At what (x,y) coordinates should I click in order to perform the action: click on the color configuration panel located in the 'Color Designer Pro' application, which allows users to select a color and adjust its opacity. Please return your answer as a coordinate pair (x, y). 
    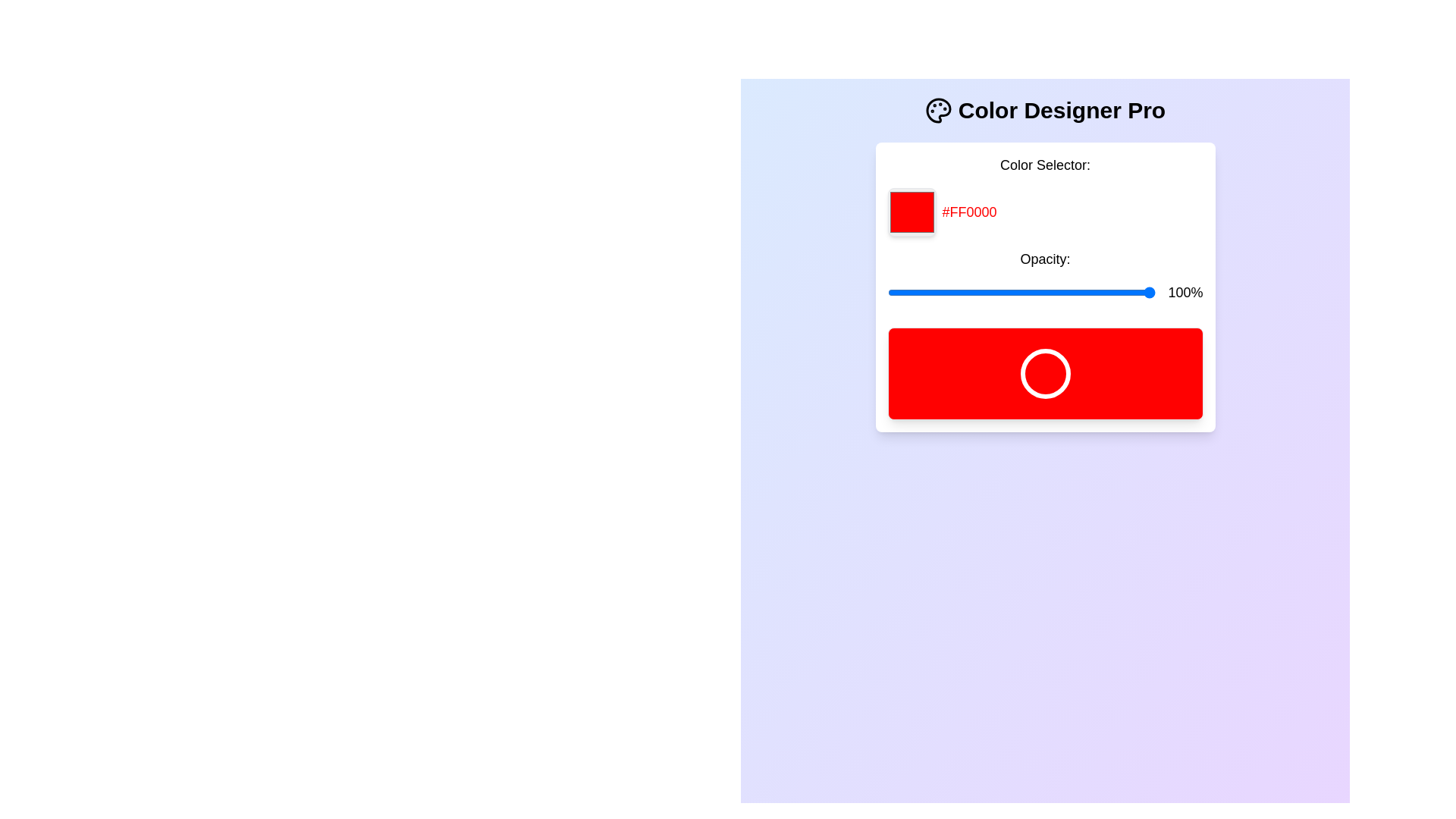
    Looking at the image, I should click on (1044, 287).